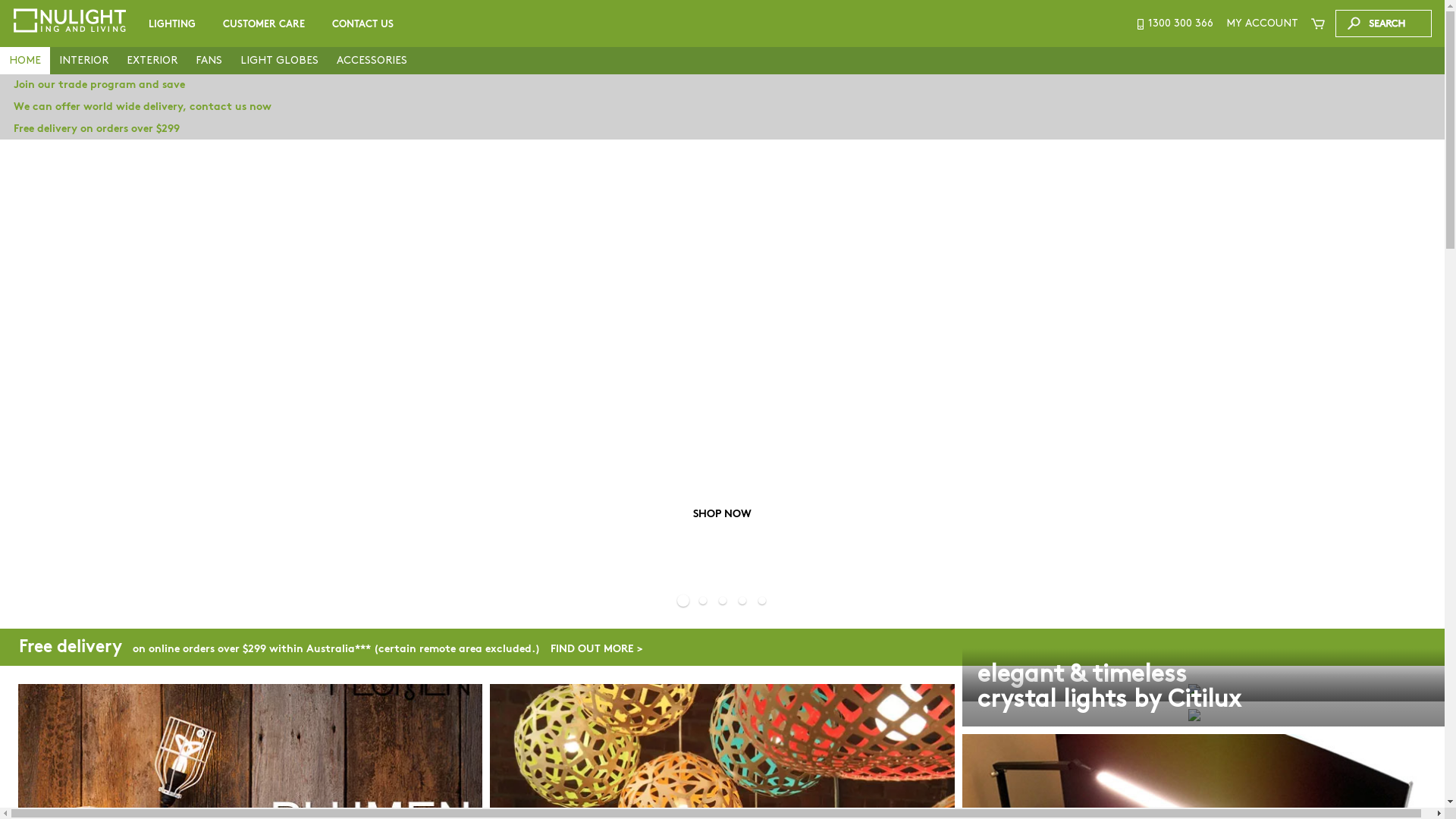 The image size is (1456, 819). What do you see at coordinates (327, 60) in the screenshot?
I see `'ACCESSORIES'` at bounding box center [327, 60].